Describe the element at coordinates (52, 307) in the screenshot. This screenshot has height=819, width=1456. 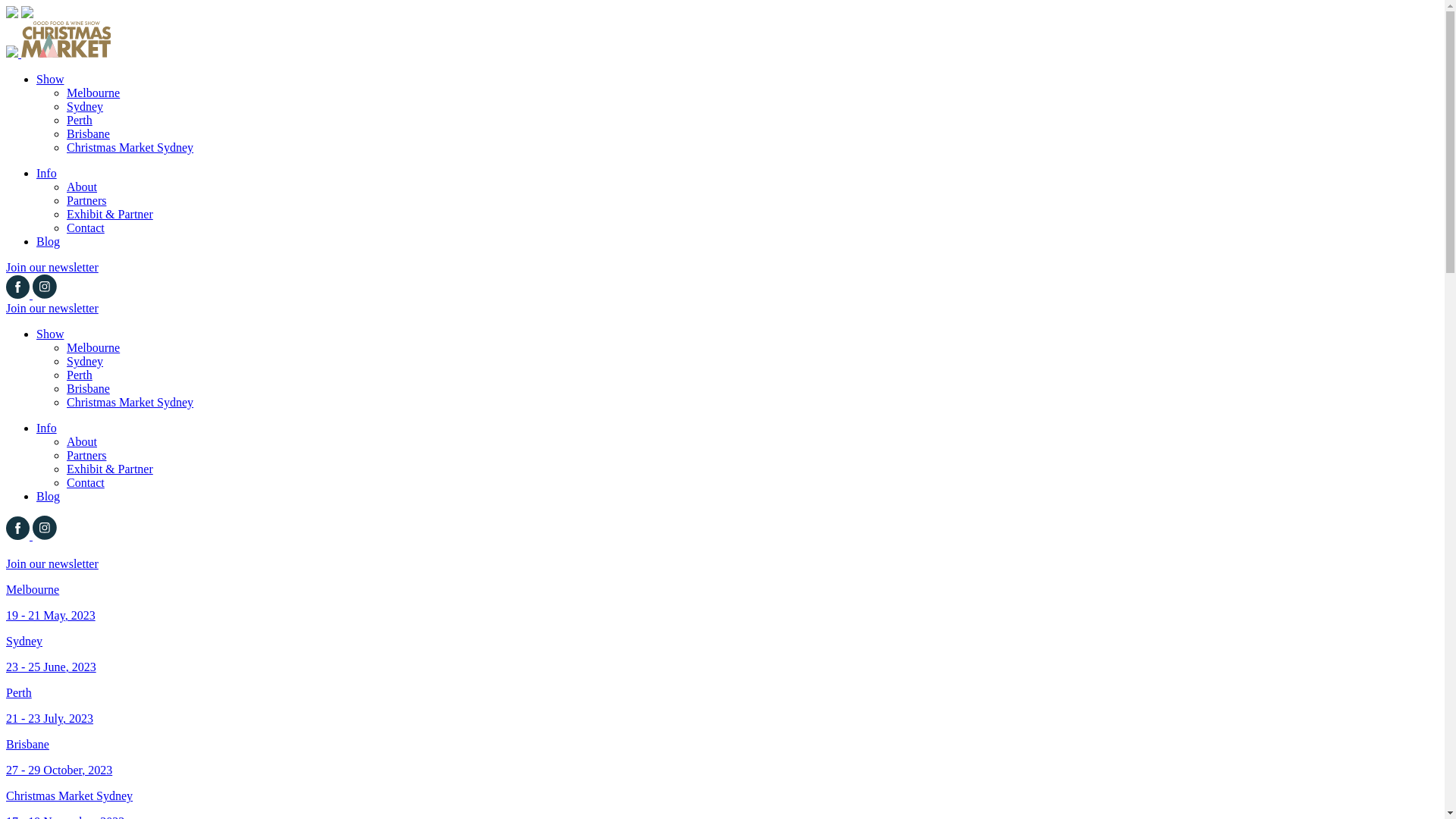
I see `'Join our newsletter'` at that location.